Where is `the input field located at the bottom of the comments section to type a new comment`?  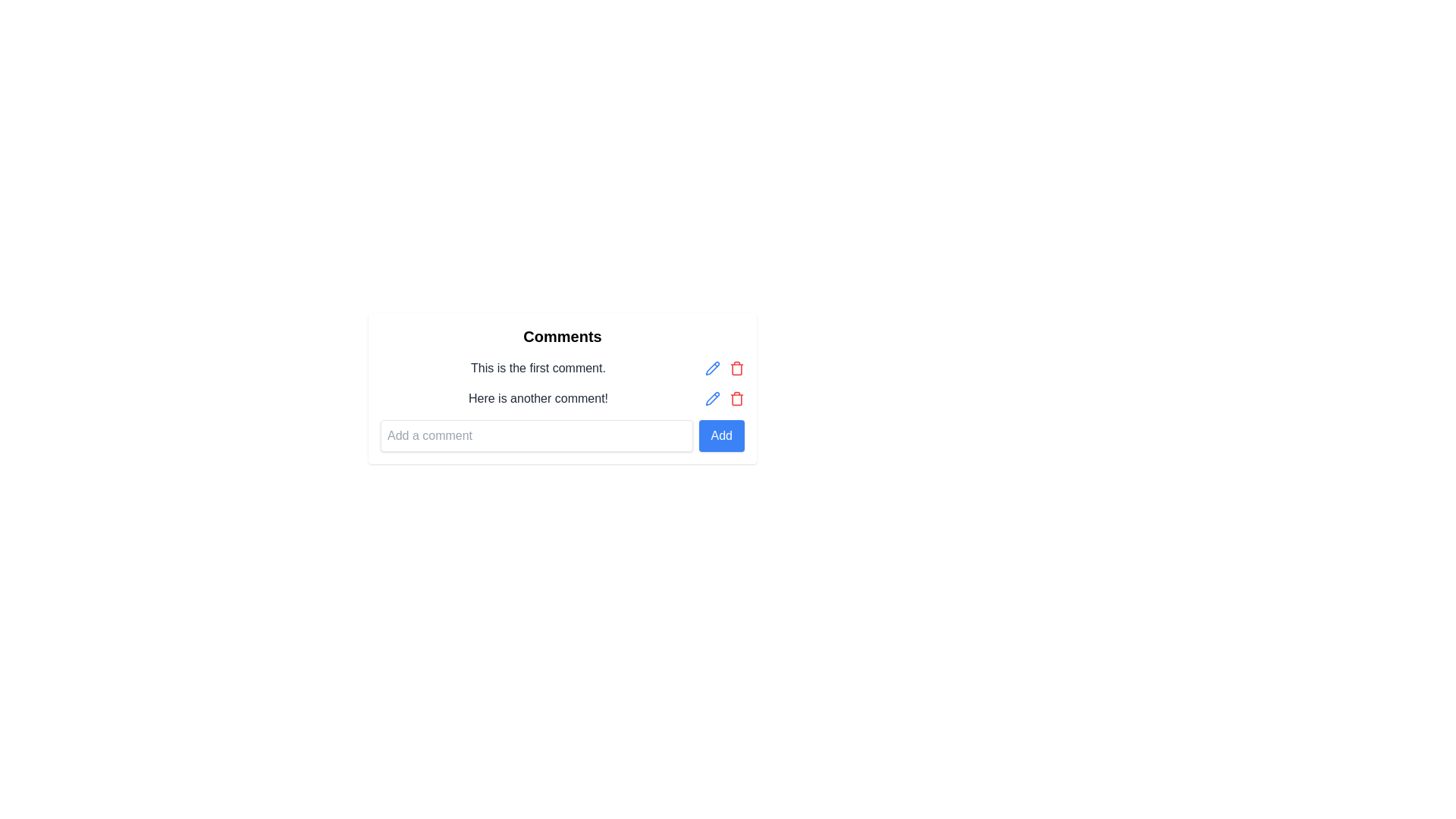
the input field located at the bottom of the comments section to type a new comment is located at coordinates (562, 435).